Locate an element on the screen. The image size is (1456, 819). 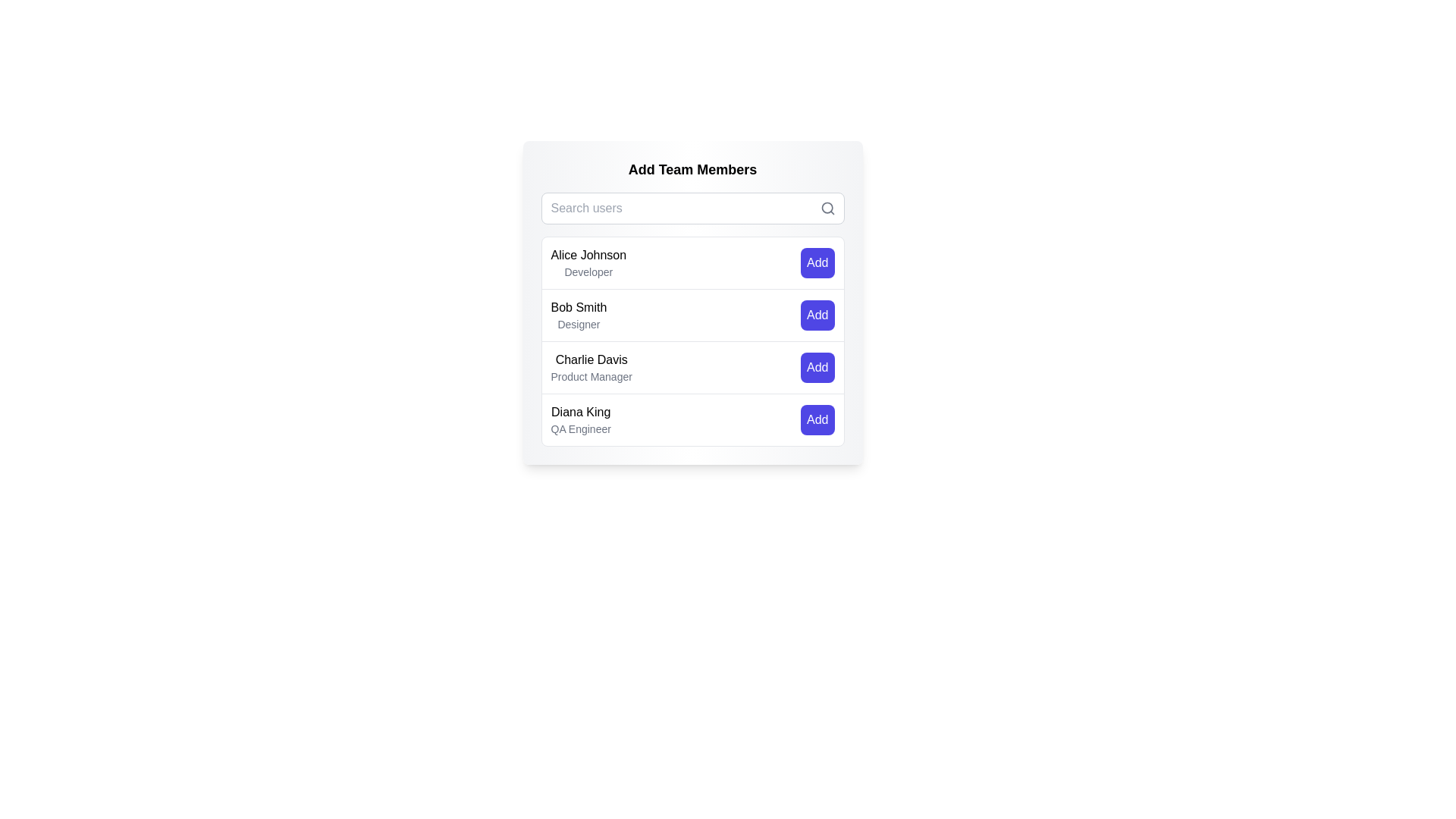
displayed information of the fourth team member entry in the list, which includes their name and role, located at the bottom of the list is located at coordinates (692, 419).